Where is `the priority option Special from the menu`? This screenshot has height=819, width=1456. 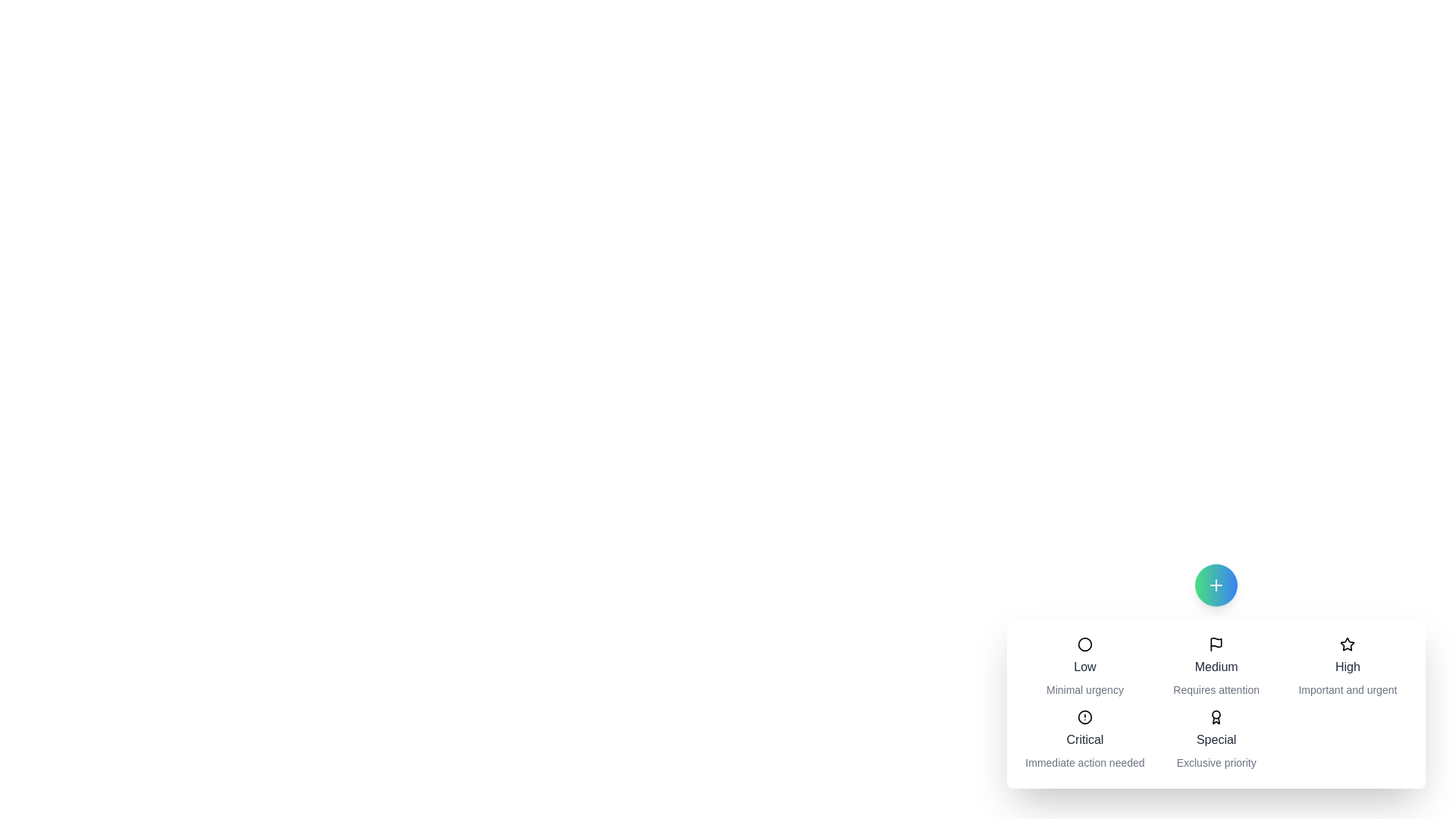 the priority option Special from the menu is located at coordinates (1216, 739).